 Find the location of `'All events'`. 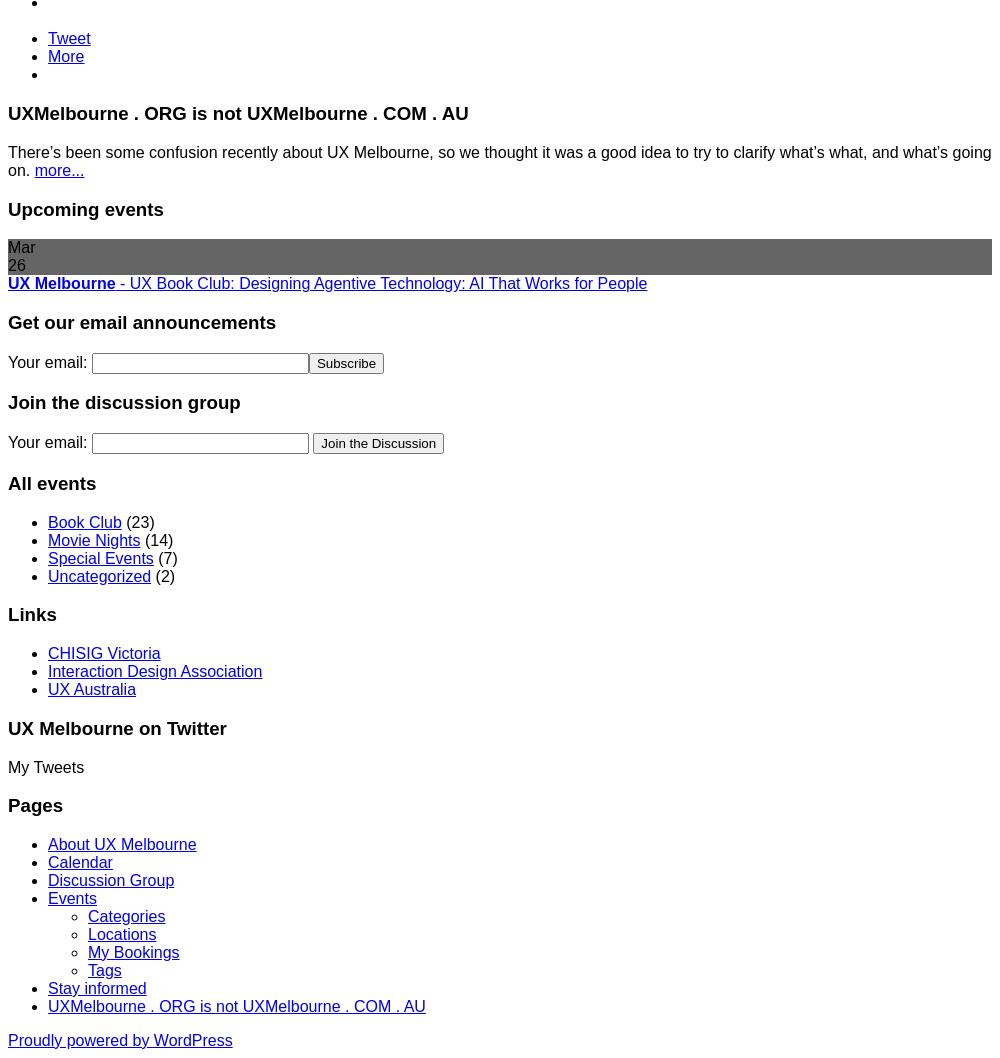

'All events' is located at coordinates (52, 481).